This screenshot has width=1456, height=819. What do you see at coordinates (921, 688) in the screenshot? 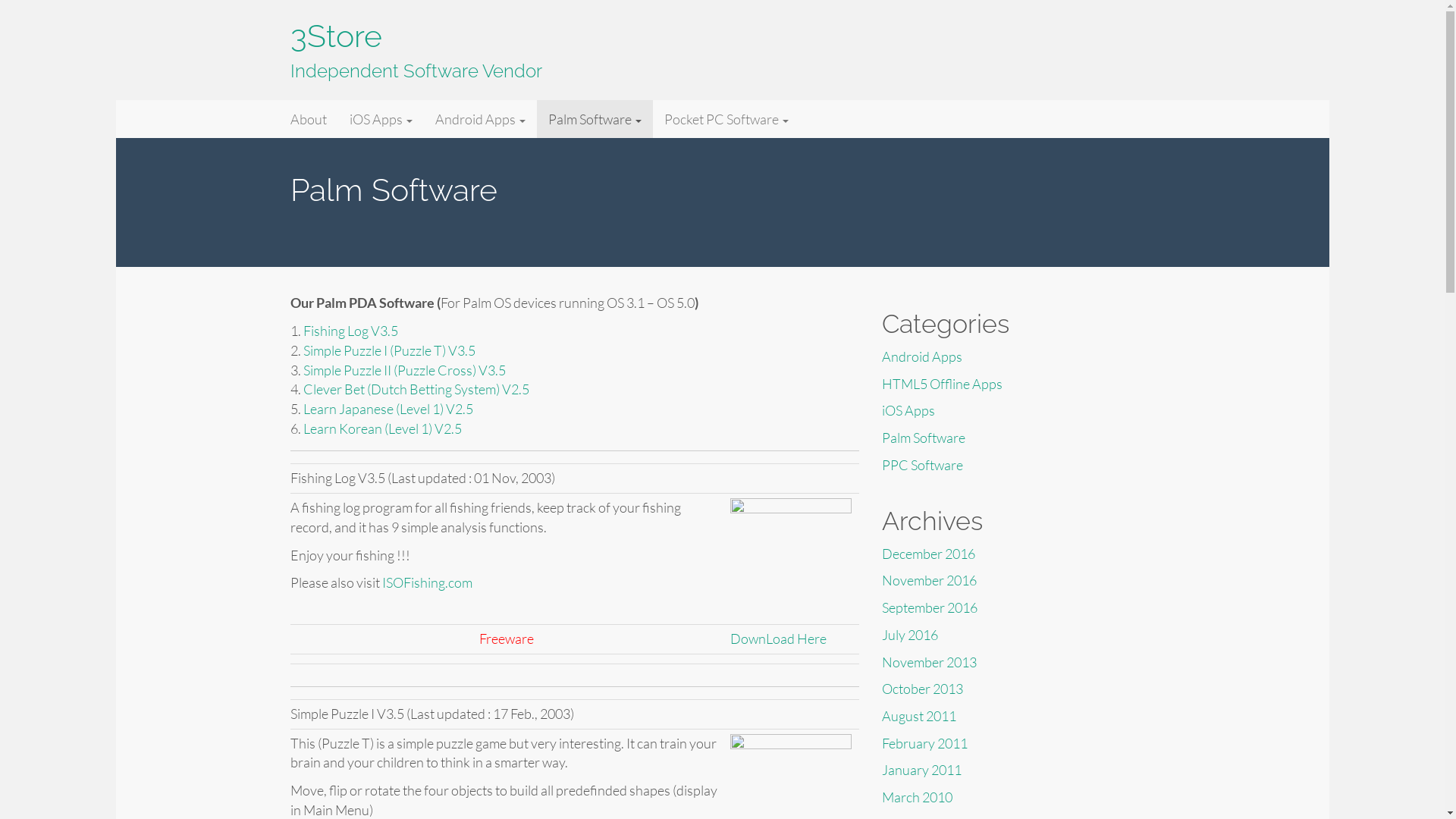
I see `'October 2013'` at bounding box center [921, 688].